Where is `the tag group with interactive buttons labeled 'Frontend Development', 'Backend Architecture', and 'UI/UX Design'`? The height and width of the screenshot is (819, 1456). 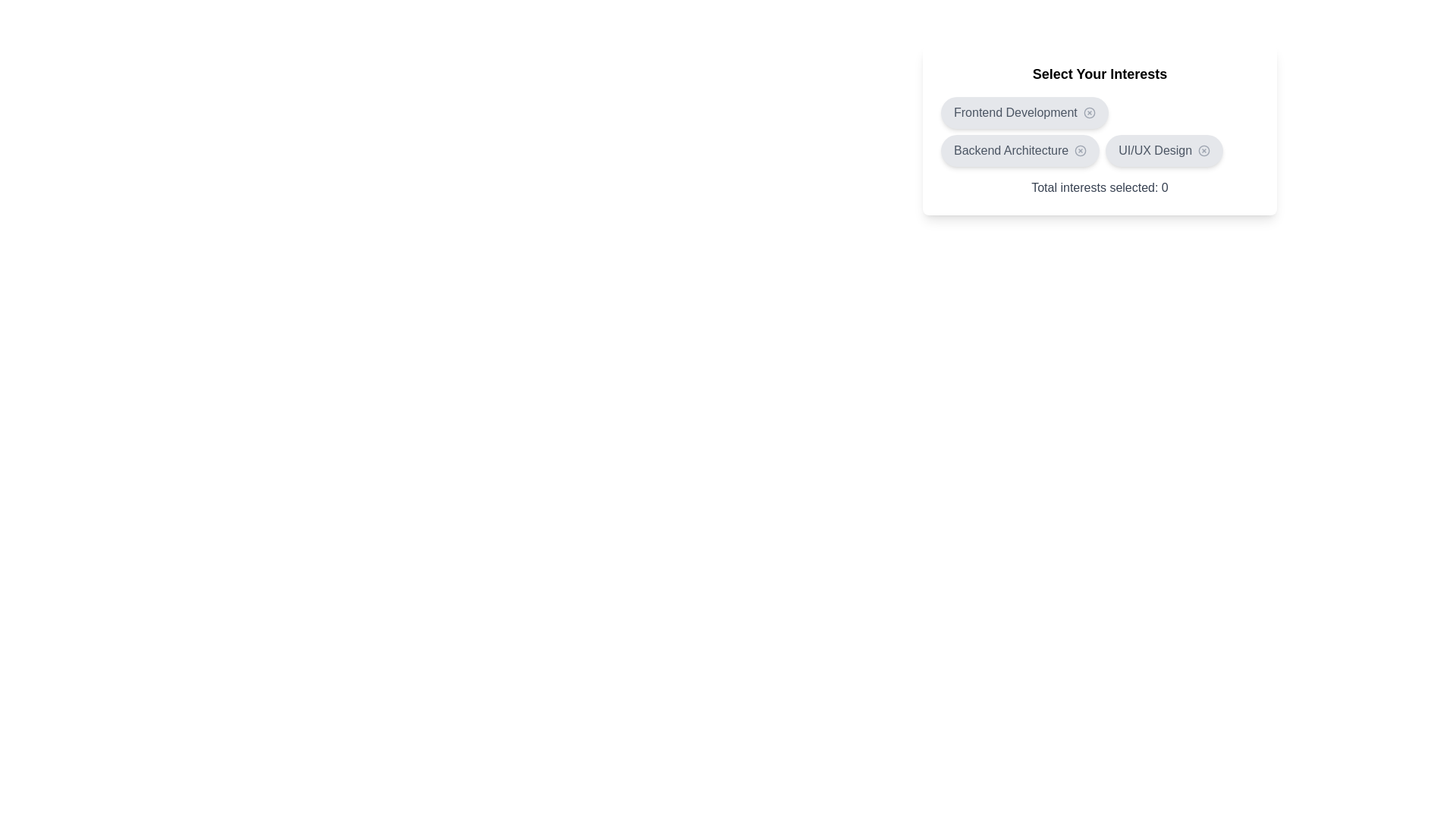
the tag group with interactive buttons labeled 'Frontend Development', 'Backend Architecture', and 'UI/UX Design' is located at coordinates (1099, 130).